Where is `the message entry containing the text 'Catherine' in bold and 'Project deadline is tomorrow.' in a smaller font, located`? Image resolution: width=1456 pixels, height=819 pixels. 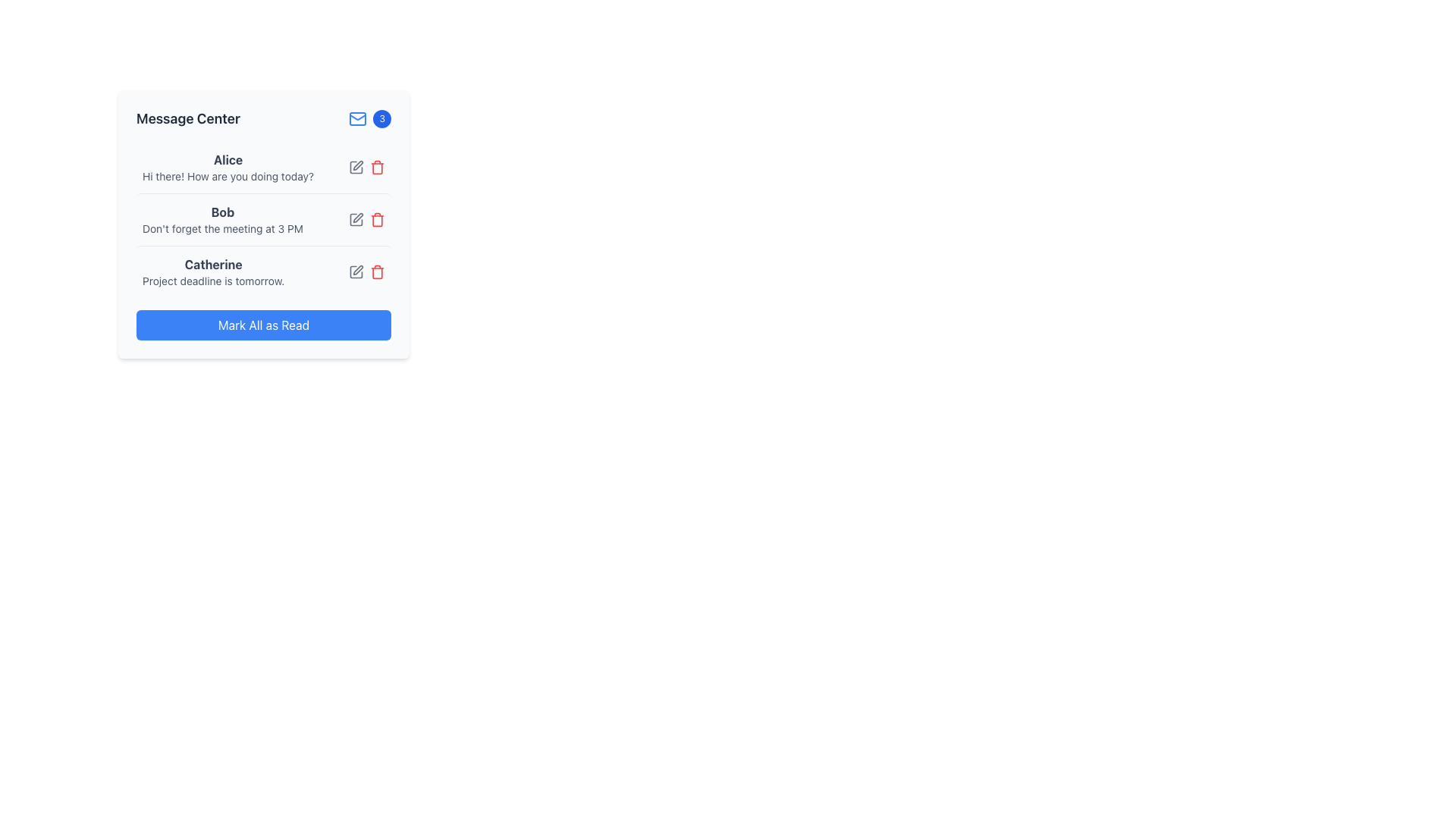 the message entry containing the text 'Catherine' in bold and 'Project deadline is tomorrow.' in a smaller font, located is located at coordinates (263, 271).